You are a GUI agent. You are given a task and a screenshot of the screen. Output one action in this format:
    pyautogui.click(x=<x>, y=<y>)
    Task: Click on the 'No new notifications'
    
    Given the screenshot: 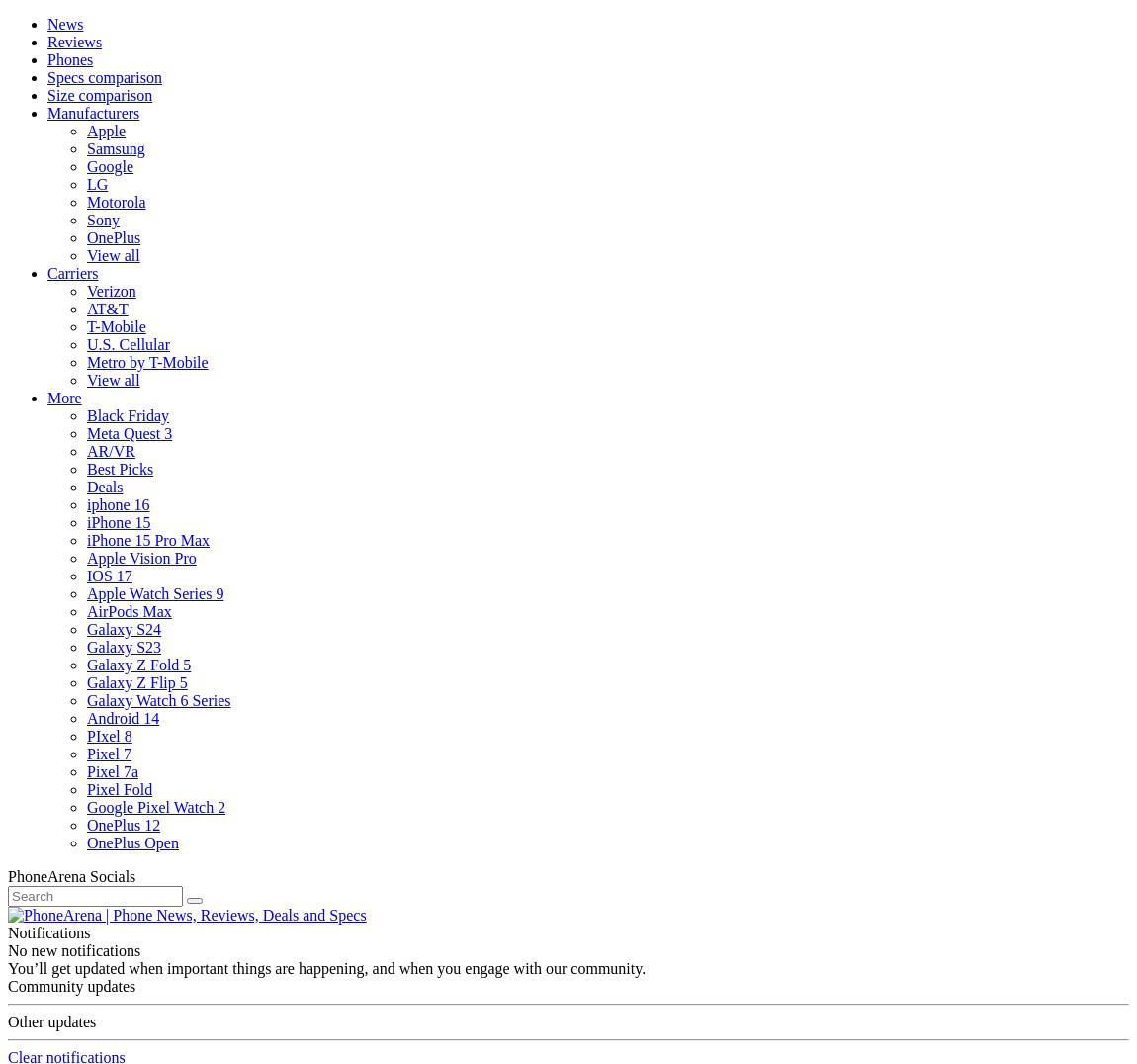 What is the action you would take?
    pyautogui.click(x=72, y=950)
    